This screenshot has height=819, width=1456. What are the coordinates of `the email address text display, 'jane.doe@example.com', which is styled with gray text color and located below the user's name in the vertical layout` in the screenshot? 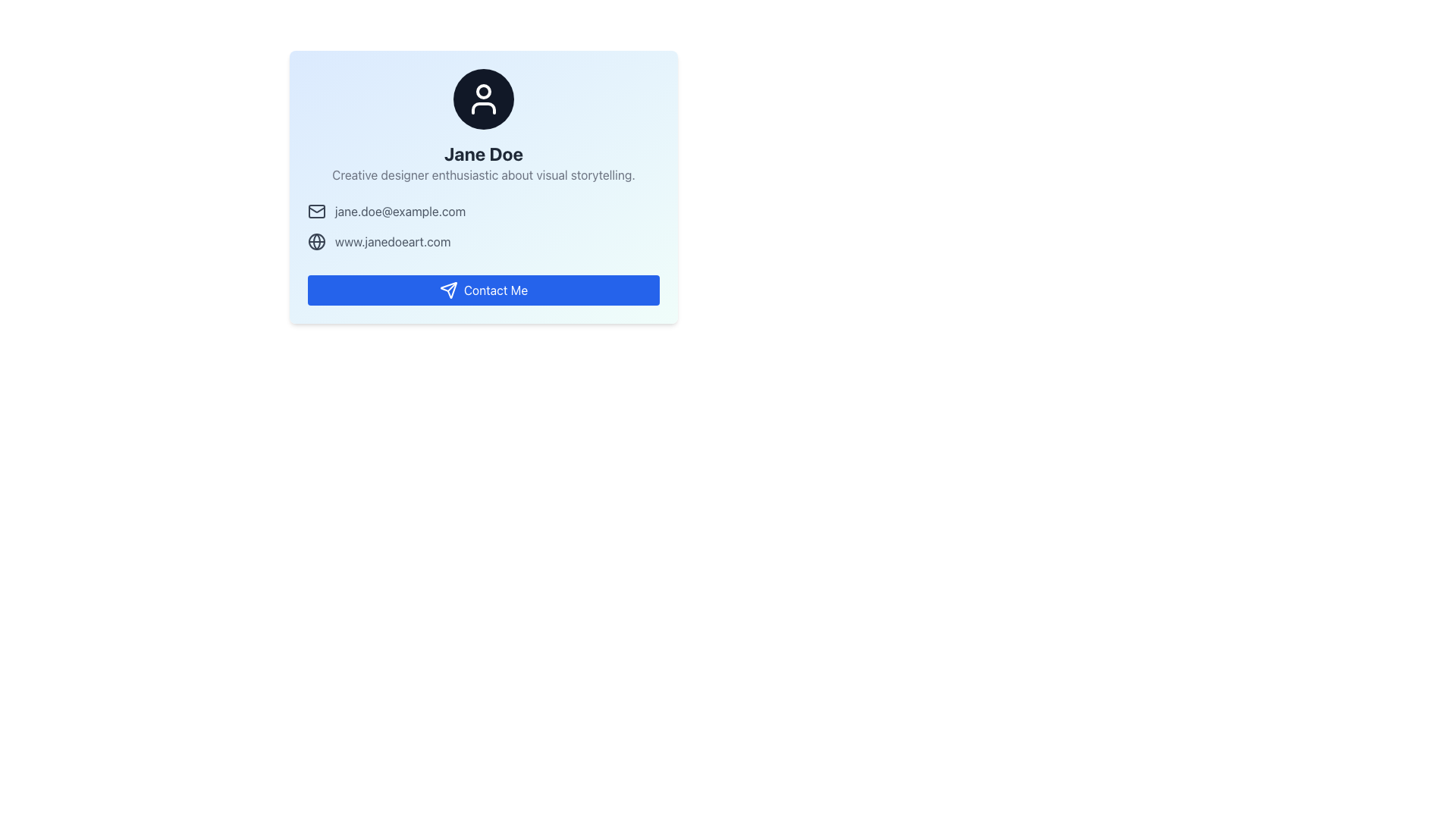 It's located at (400, 211).